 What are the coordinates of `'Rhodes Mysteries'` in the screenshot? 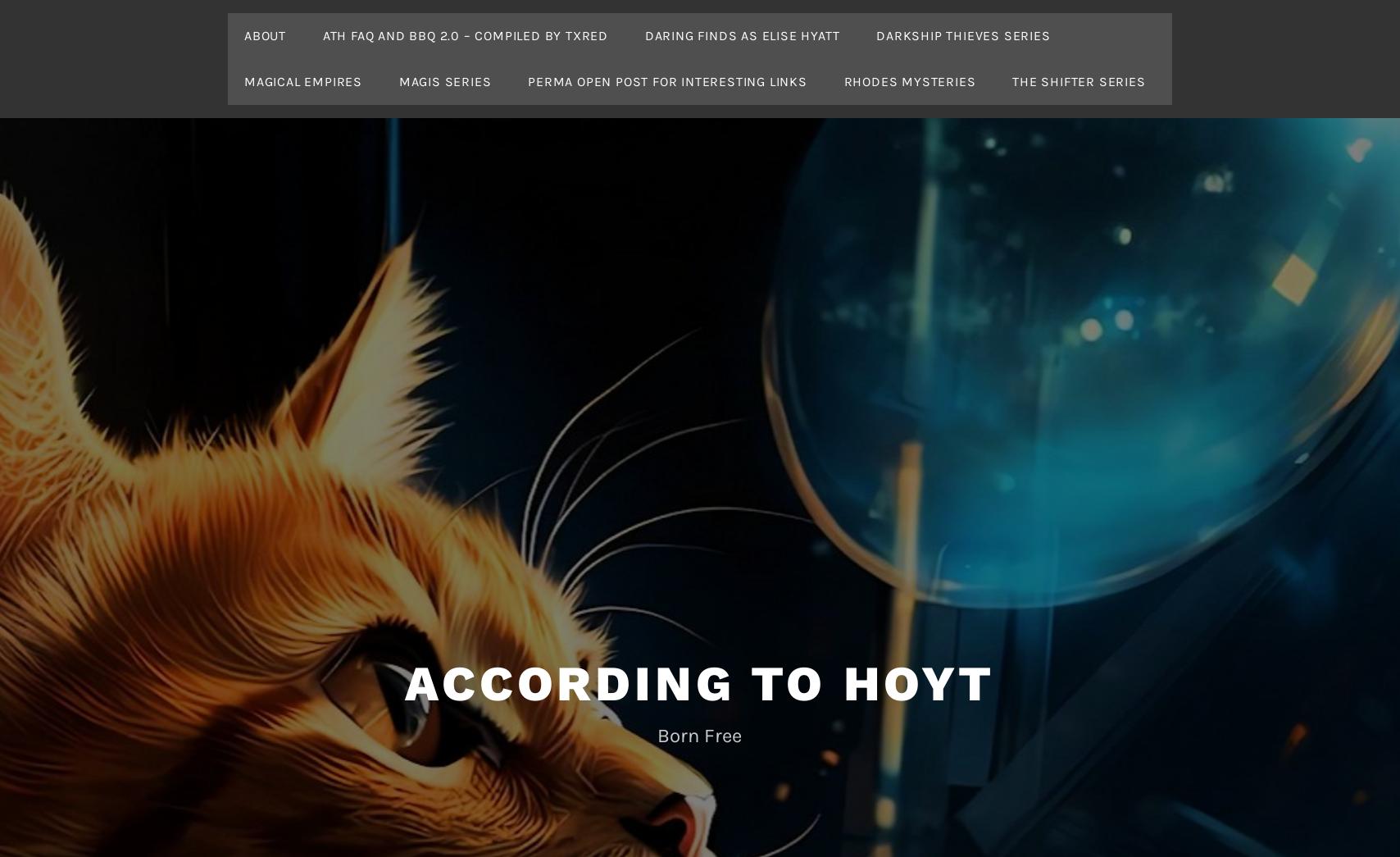 It's located at (909, 81).